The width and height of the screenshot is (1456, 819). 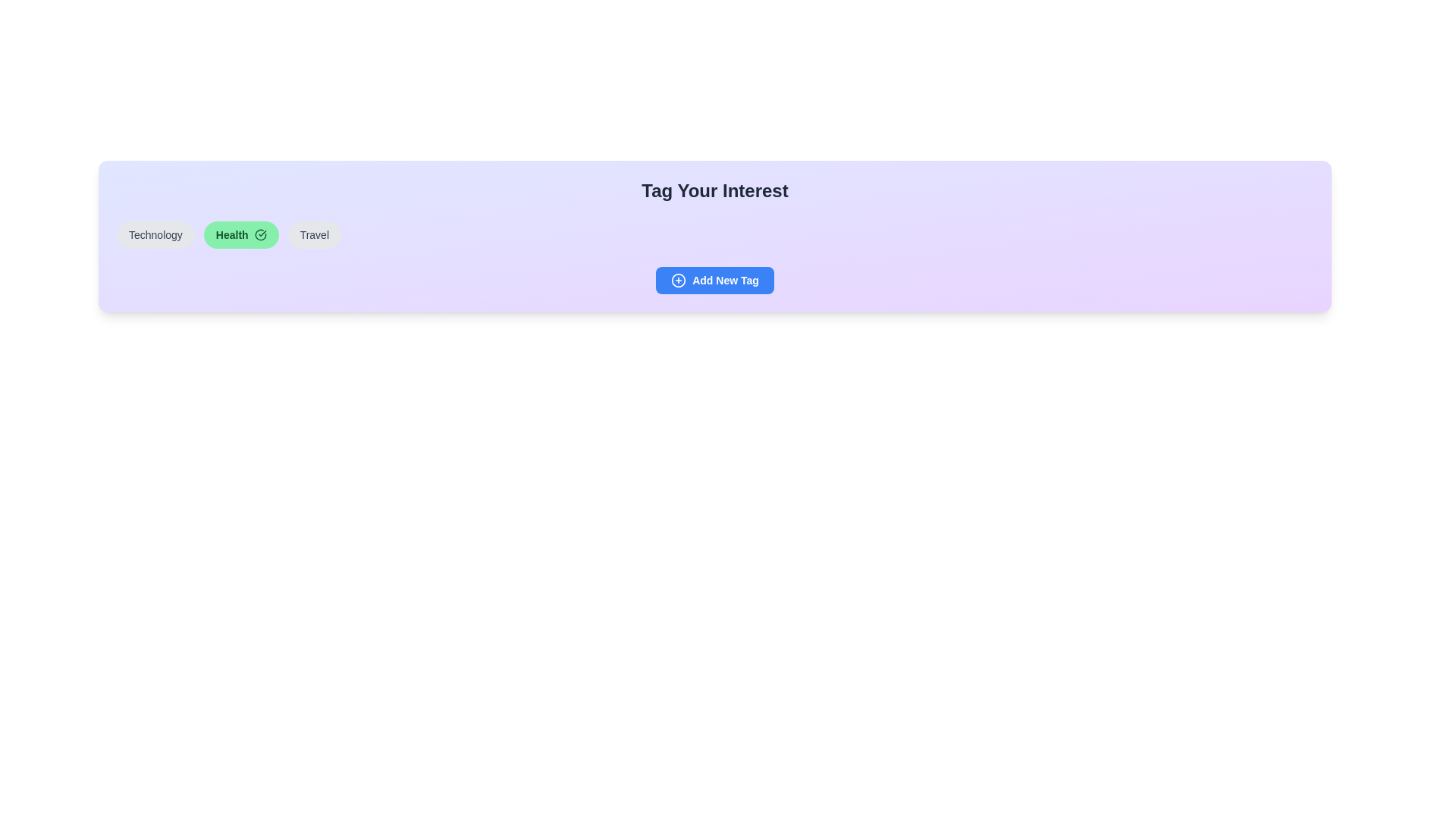 I want to click on the 'Add Tag' button located below the 'Tag Your Interest' section, so click(x=714, y=281).